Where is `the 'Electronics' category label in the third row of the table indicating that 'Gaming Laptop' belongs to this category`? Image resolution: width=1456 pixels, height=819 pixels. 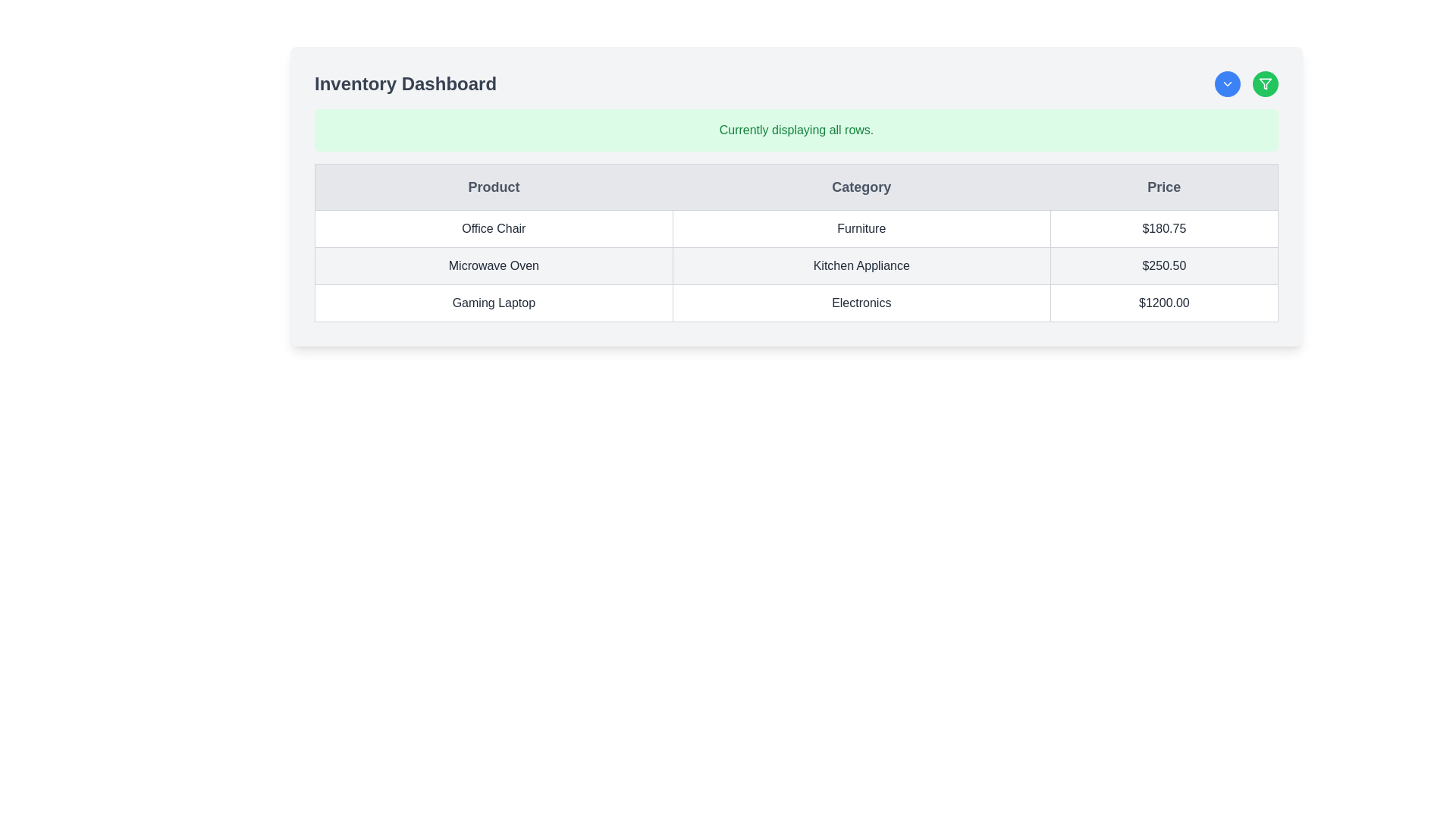 the 'Electronics' category label in the third row of the table indicating that 'Gaming Laptop' belongs to this category is located at coordinates (861, 303).